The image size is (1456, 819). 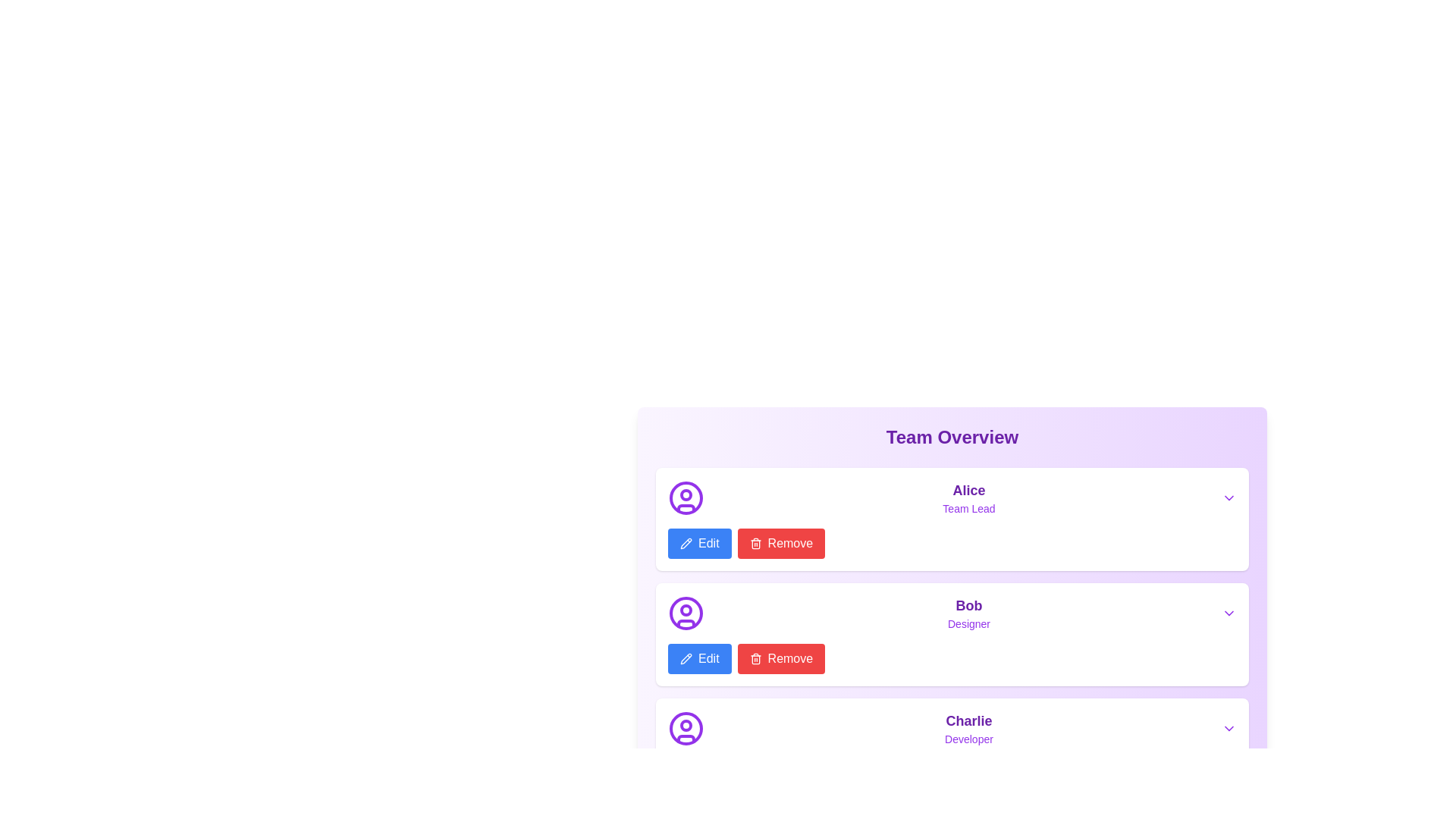 What do you see at coordinates (952, 497) in the screenshot?
I see `the profile summary card entry for the team member located at the top of the list in the team overview interface` at bounding box center [952, 497].